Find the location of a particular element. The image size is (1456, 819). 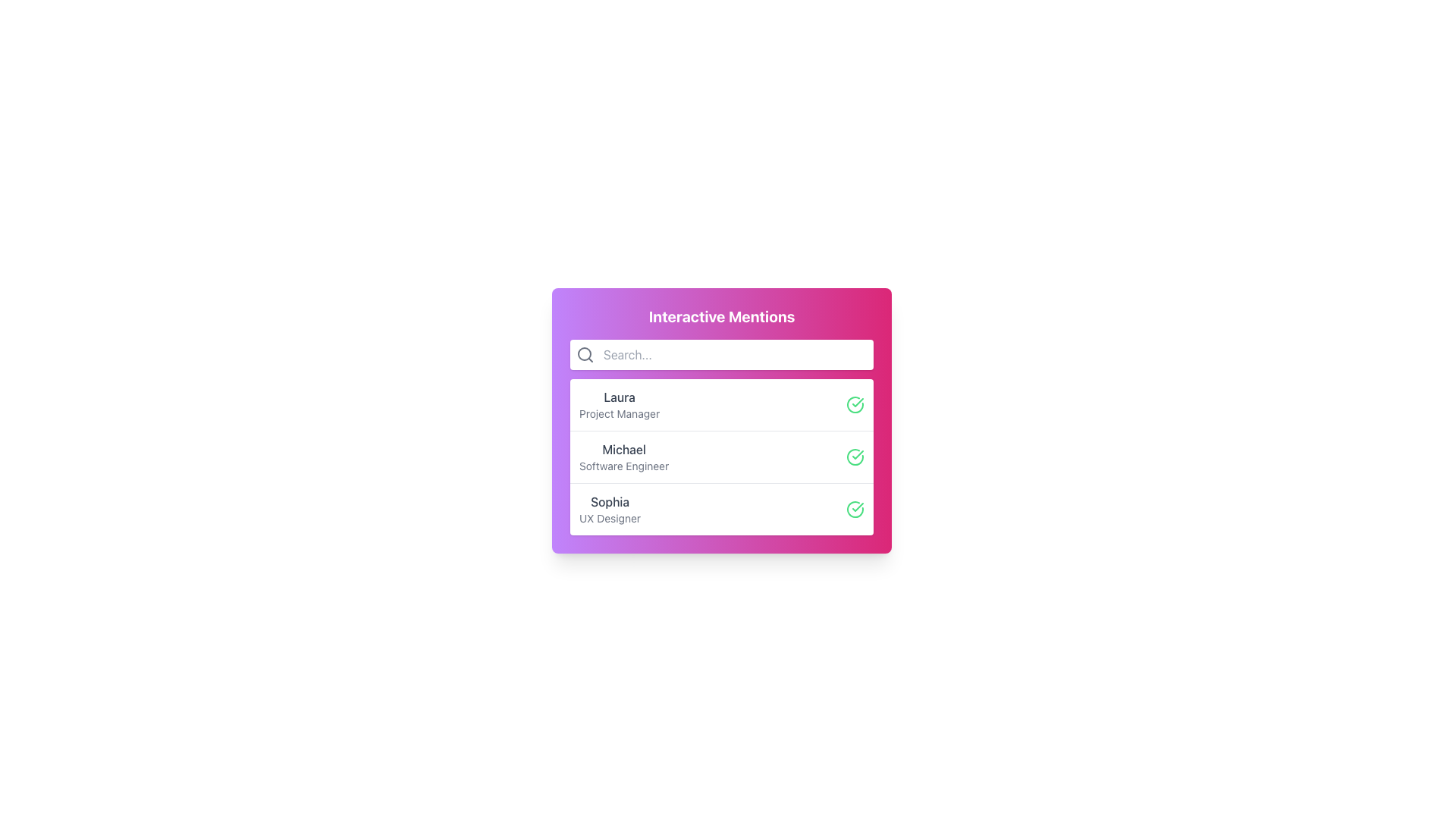

the Text display block that shows 'Michael' and 'Software Engineer', which is the second item in the vertically stacked list of names is located at coordinates (624, 456).